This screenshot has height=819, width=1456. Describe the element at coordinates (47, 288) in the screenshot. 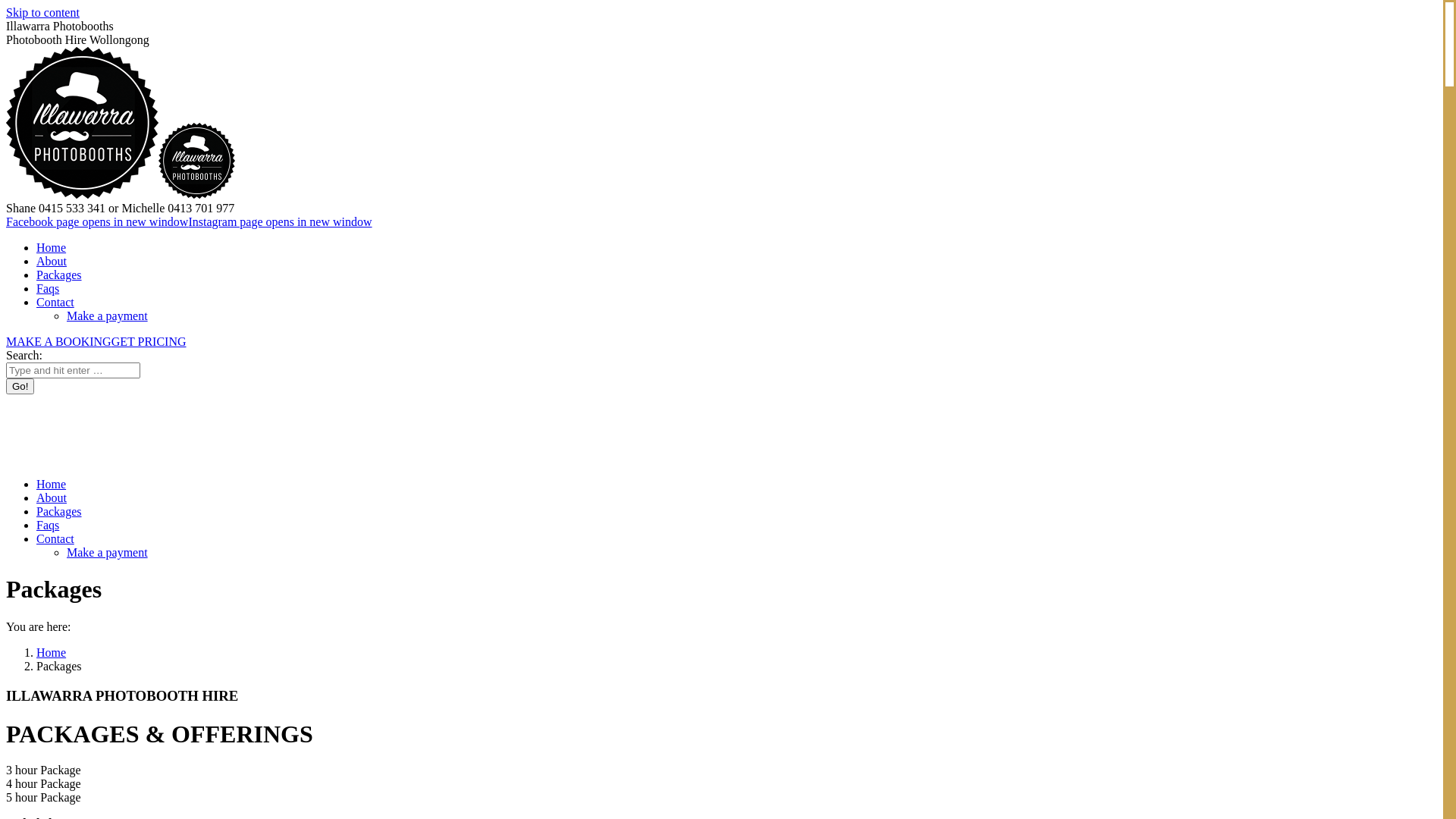

I see `'Faqs'` at that location.